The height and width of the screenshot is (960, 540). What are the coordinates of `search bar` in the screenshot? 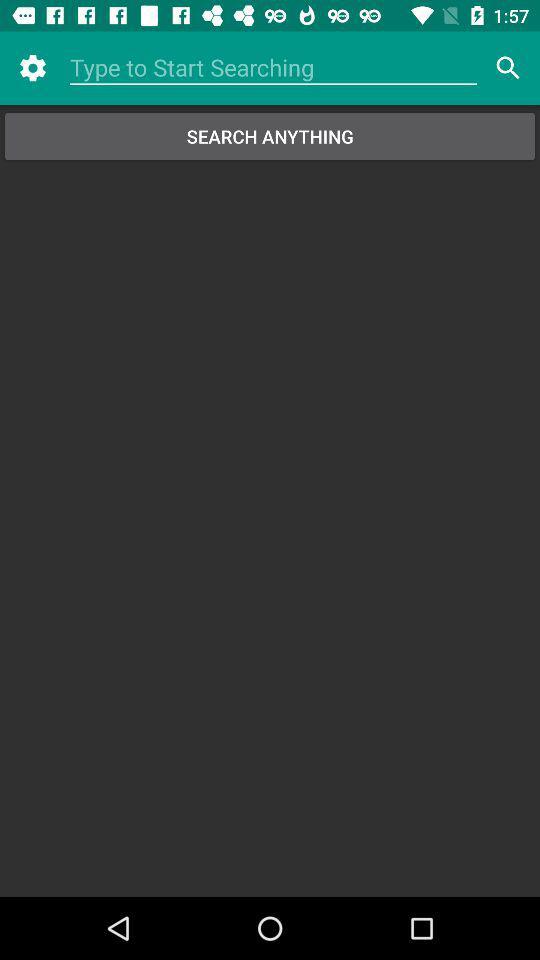 It's located at (272, 68).